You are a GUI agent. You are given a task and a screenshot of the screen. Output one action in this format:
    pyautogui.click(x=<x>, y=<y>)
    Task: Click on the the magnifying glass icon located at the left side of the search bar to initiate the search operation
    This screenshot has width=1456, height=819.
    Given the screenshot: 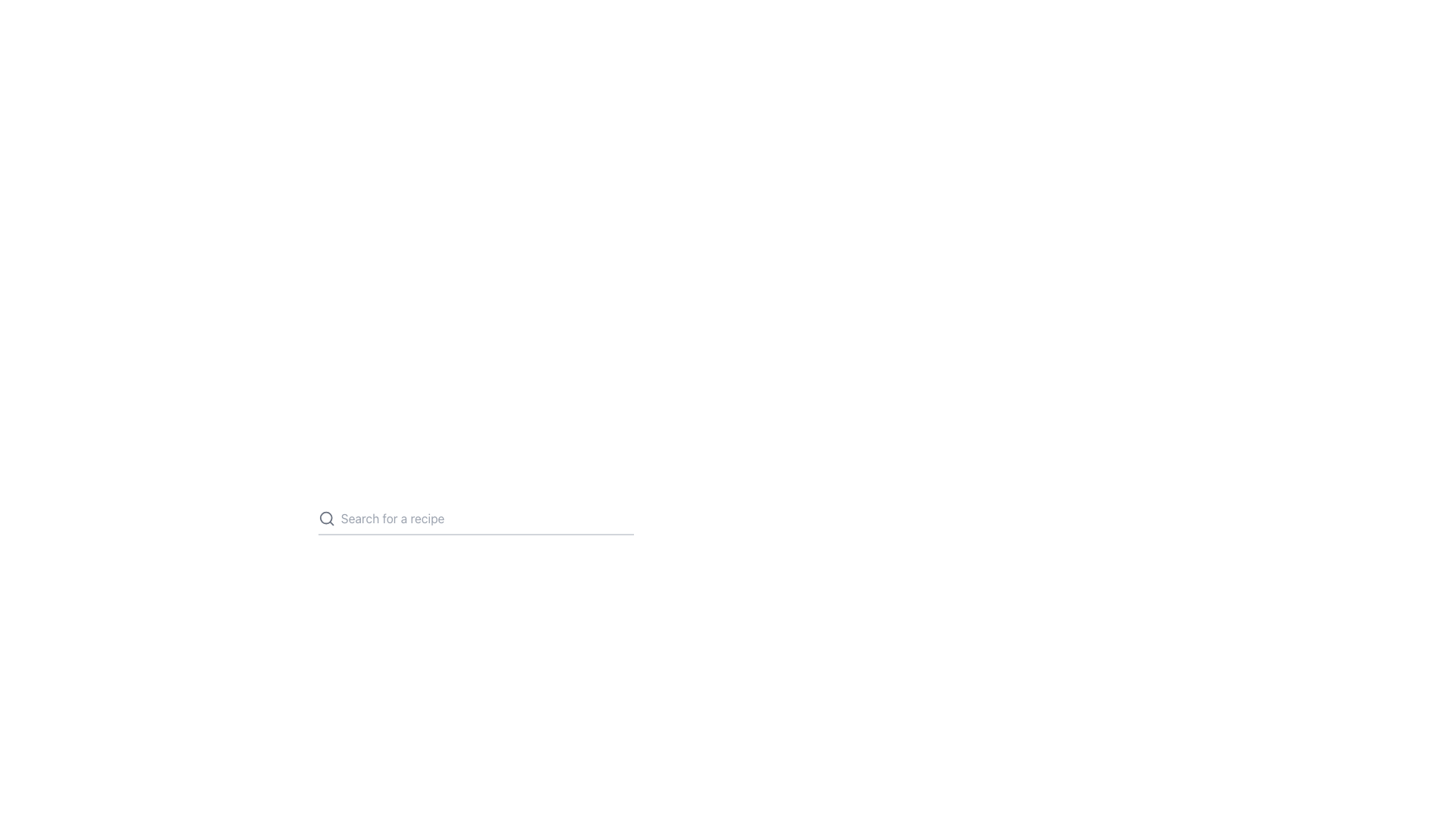 What is the action you would take?
    pyautogui.click(x=325, y=517)
    